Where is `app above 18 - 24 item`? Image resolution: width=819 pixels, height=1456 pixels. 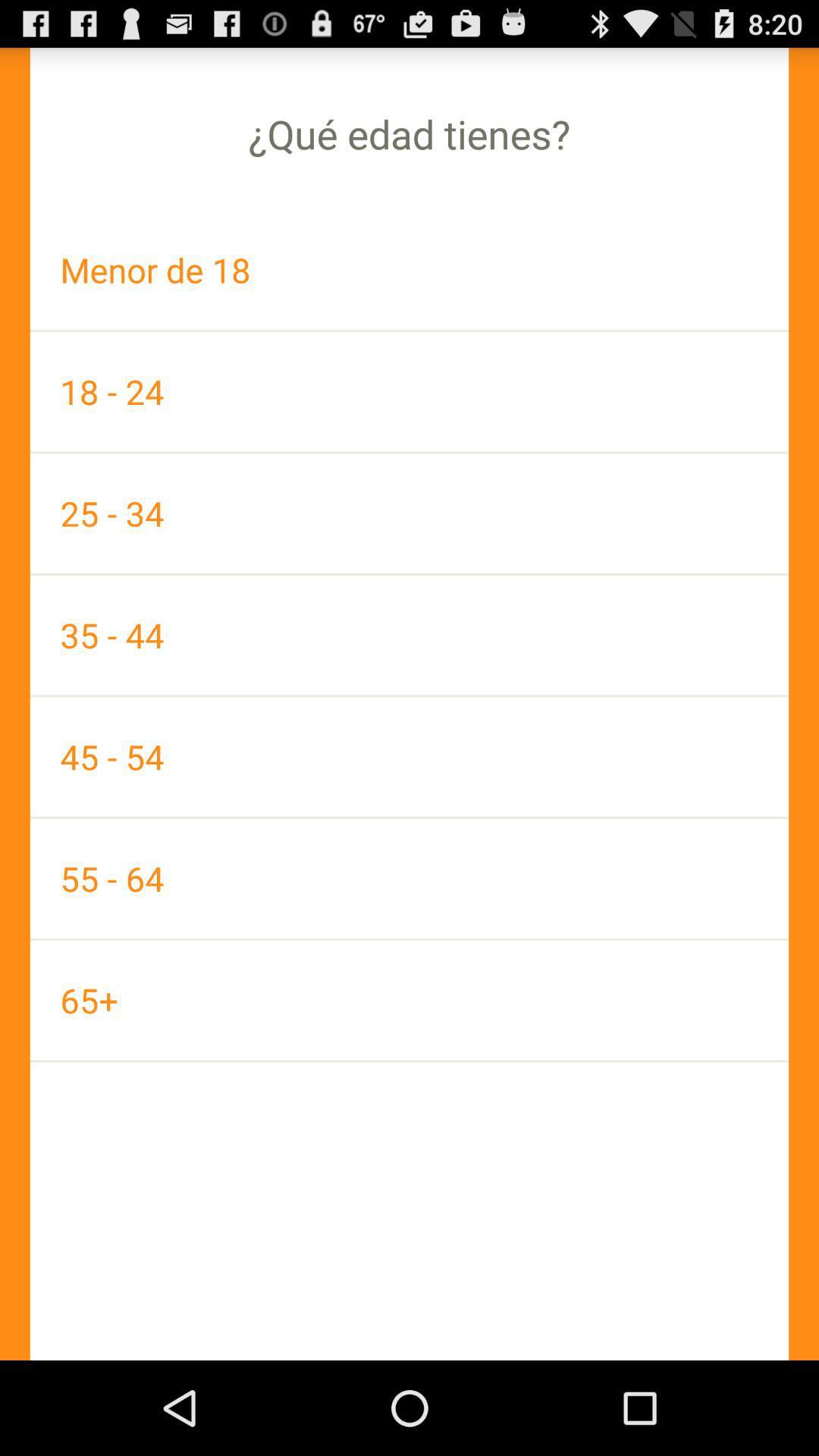
app above 18 - 24 item is located at coordinates (409, 270).